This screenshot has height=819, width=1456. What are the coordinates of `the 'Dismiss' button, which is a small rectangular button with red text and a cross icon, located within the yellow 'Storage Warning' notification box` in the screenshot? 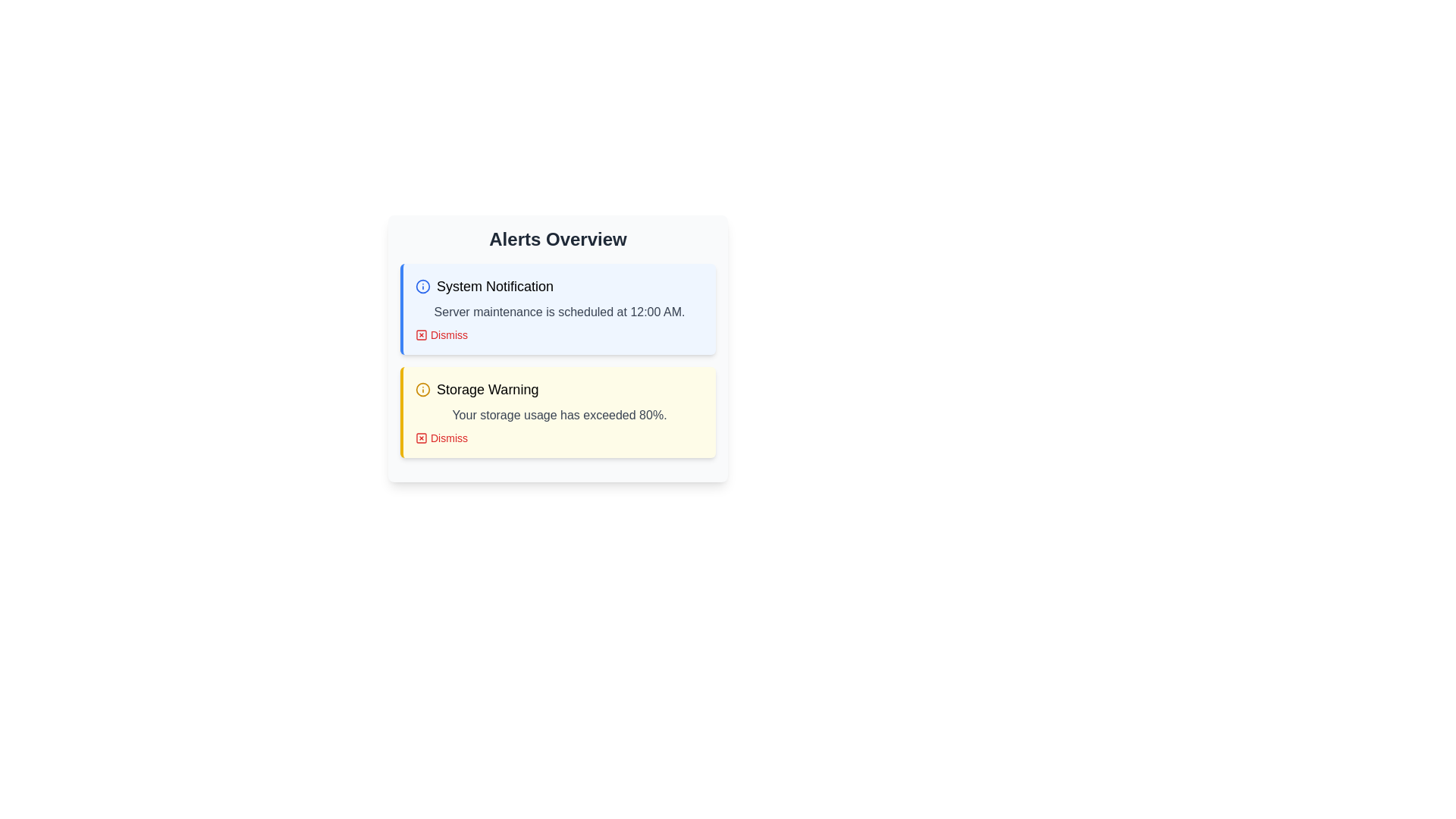 It's located at (441, 438).